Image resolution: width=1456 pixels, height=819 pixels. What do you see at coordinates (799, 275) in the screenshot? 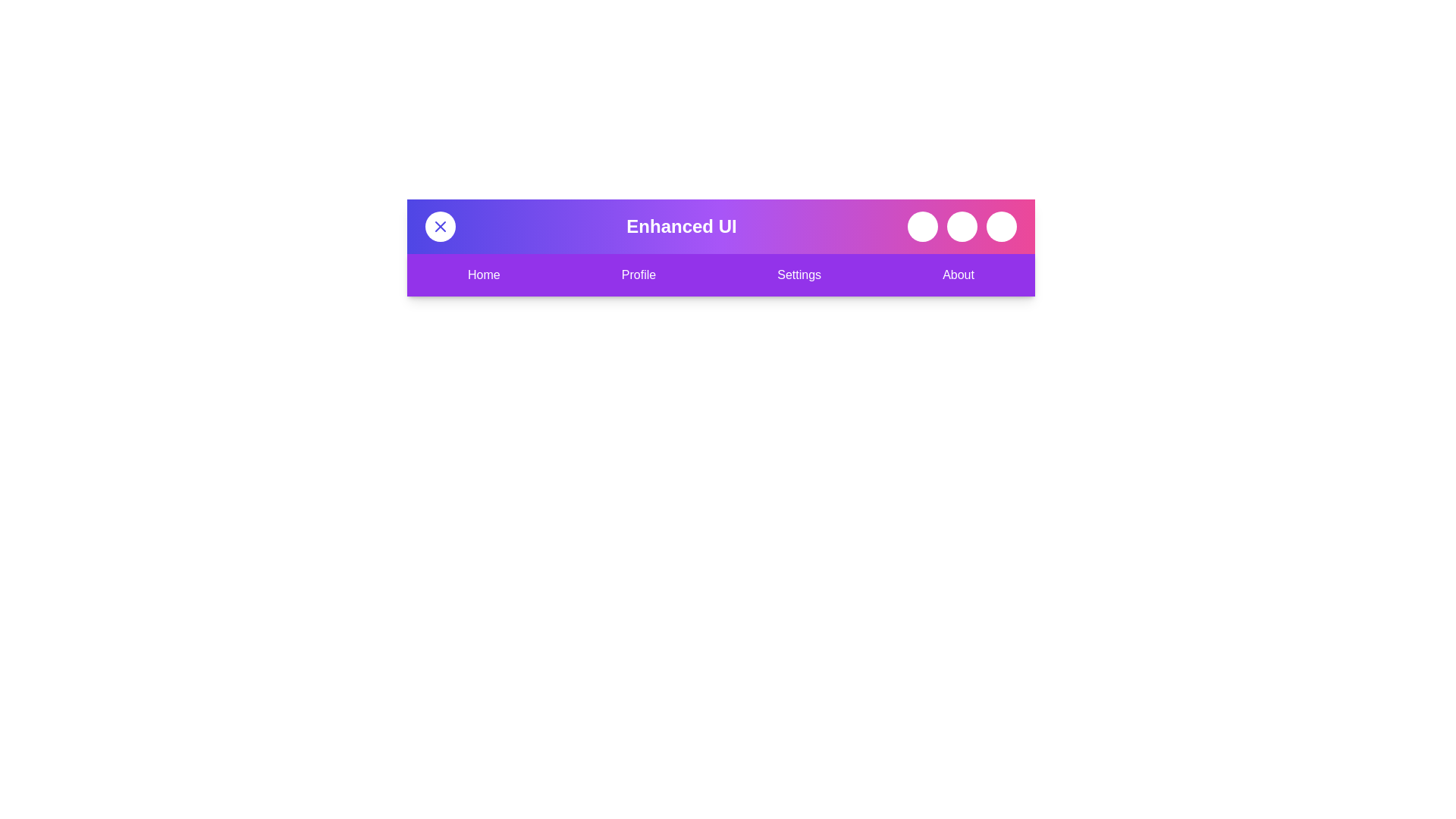
I see `the 'Settings' button in the EnhancedAppBar` at bounding box center [799, 275].